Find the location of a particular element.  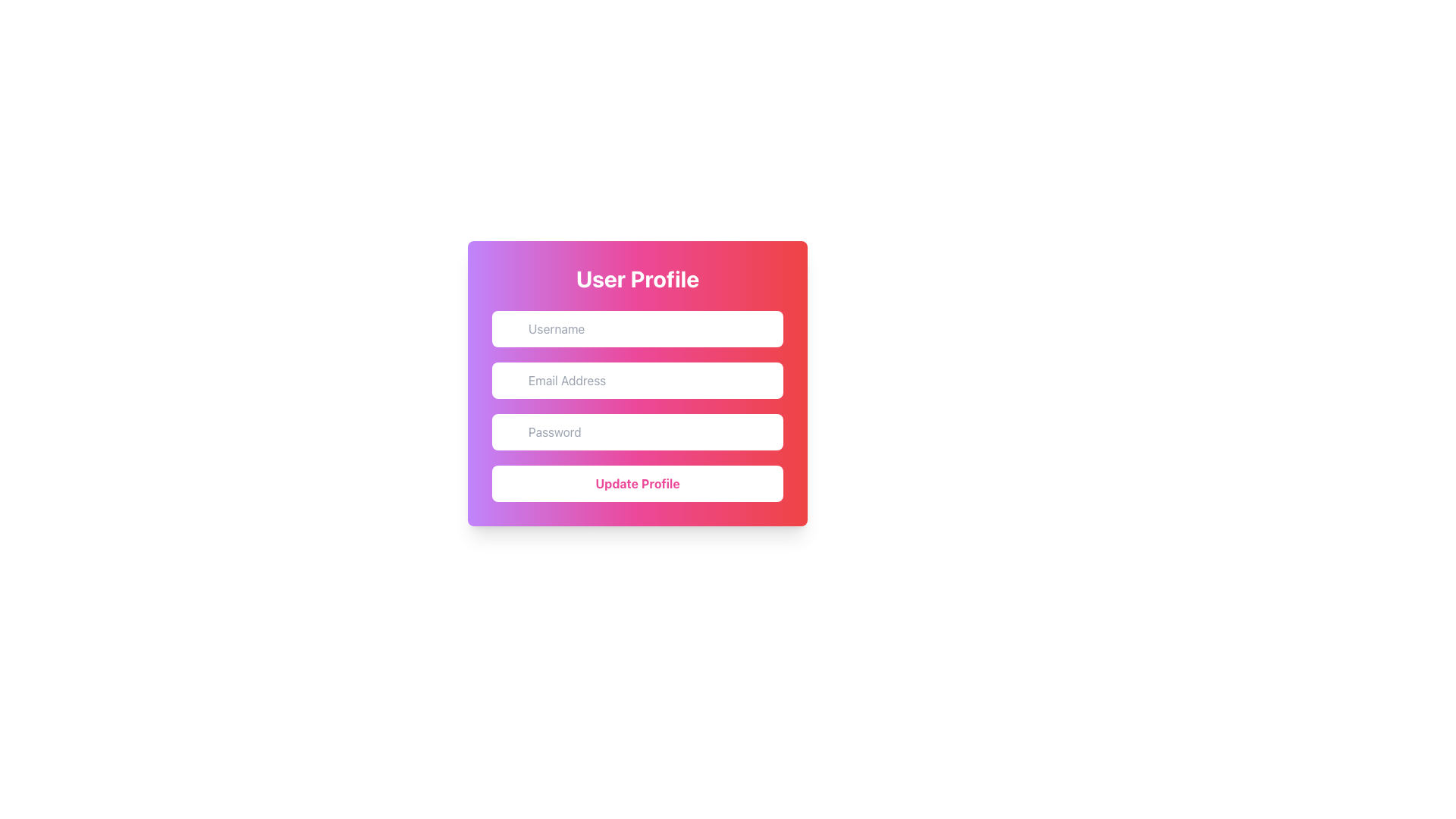

the Text (Heading) element that represents the title of the user profile interface, located at the top of the form card is located at coordinates (637, 278).